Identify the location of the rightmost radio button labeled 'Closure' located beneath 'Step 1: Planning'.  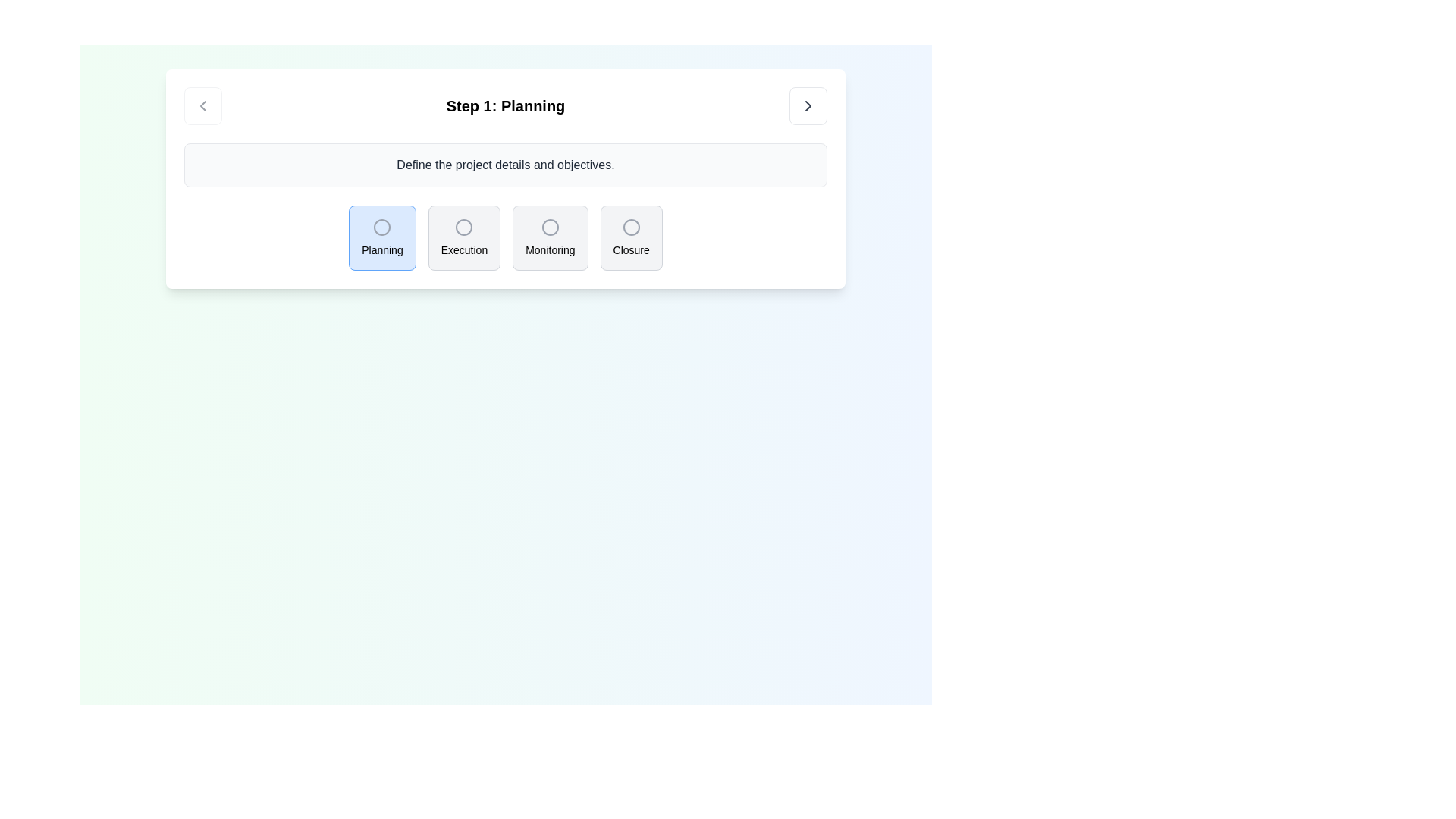
(631, 227).